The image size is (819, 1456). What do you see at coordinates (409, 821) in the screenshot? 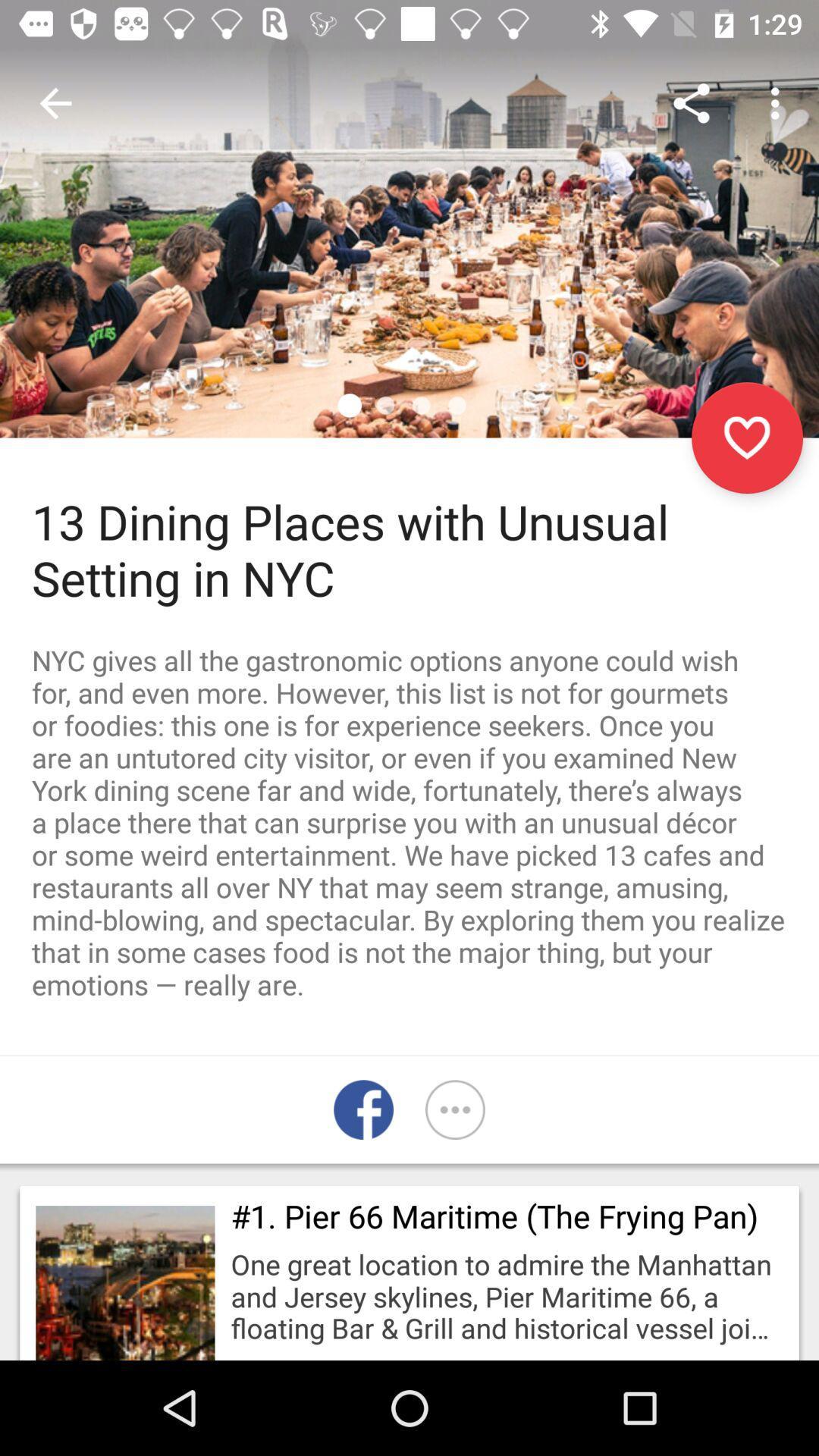
I see `item below the 13 dining places` at bounding box center [409, 821].